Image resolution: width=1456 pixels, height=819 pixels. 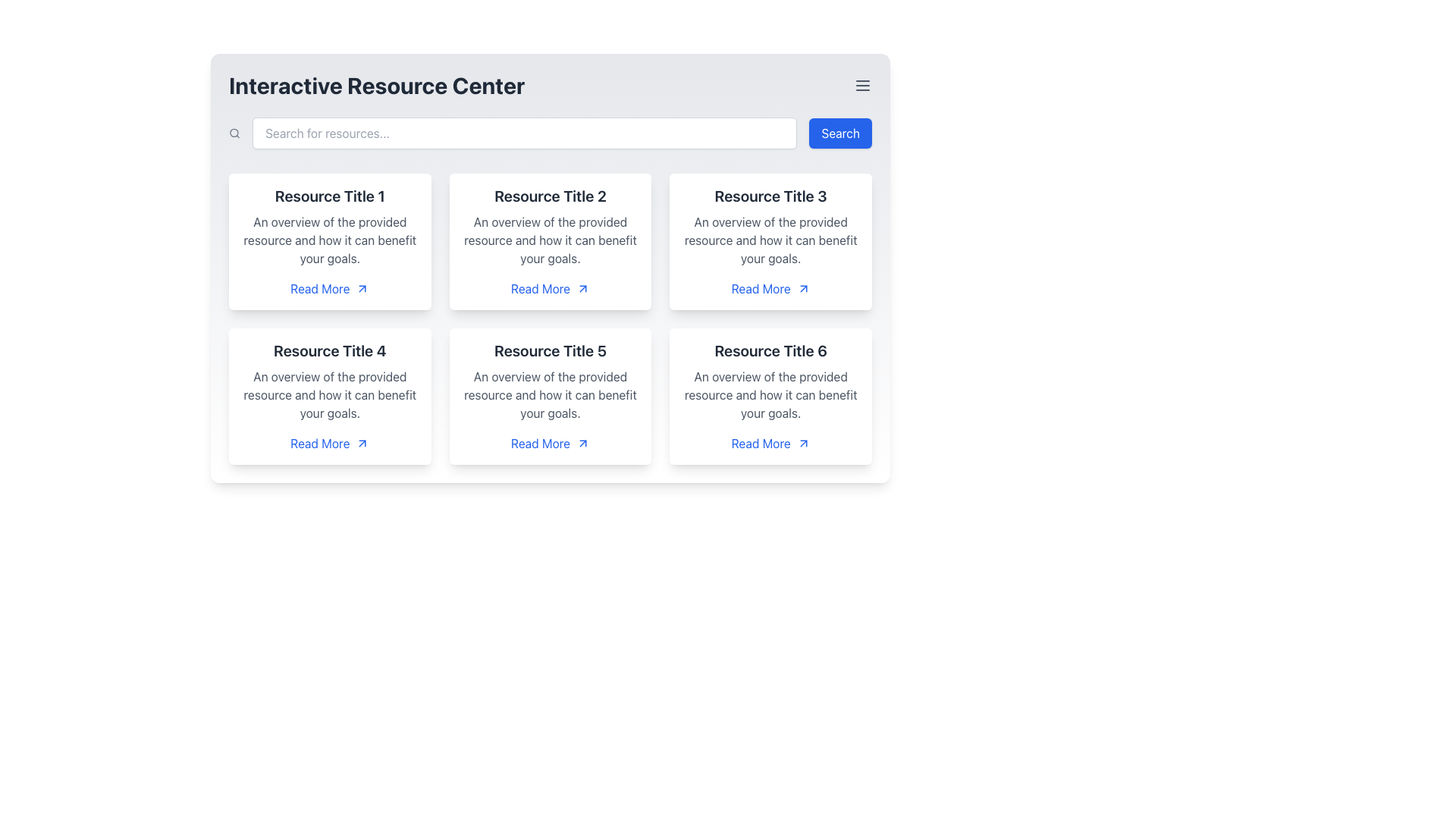 I want to click on the title Text Label in the third card of a grid layout to identify the resource by its name, so click(x=770, y=195).